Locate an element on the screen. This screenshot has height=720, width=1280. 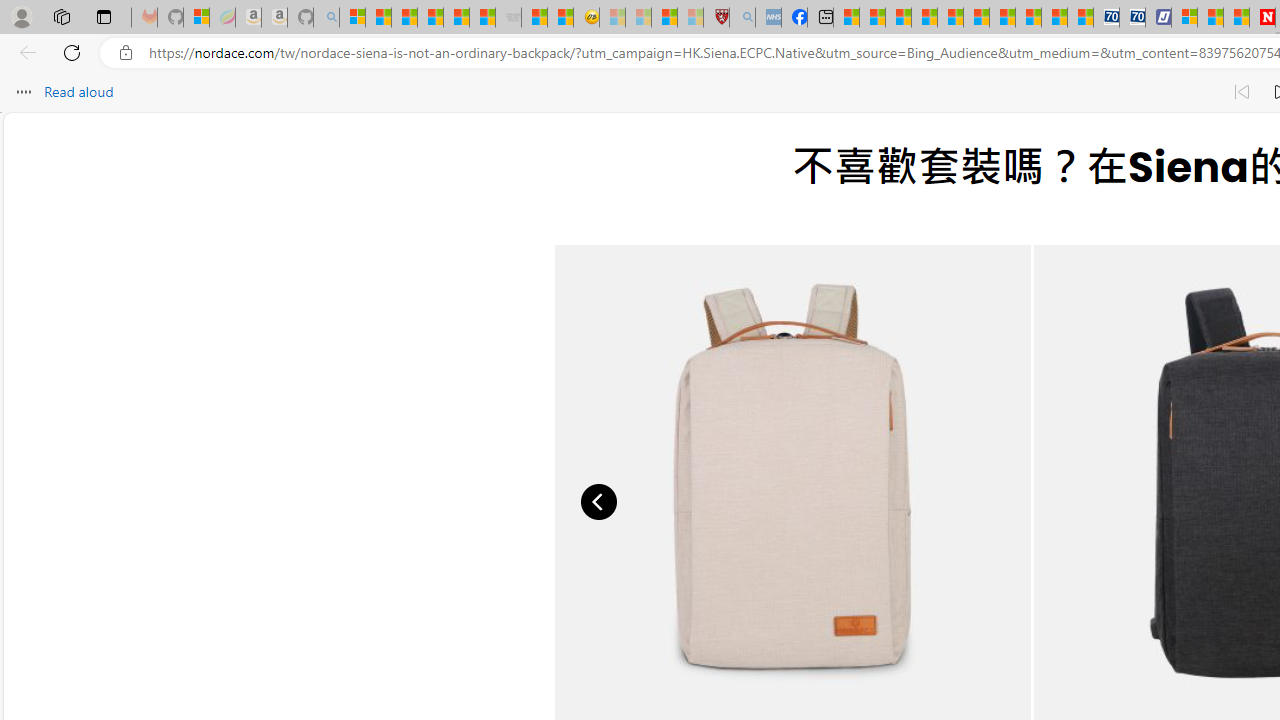
'12 Popular Science Lies that Must be Corrected - Sleeping' is located at coordinates (690, 17).